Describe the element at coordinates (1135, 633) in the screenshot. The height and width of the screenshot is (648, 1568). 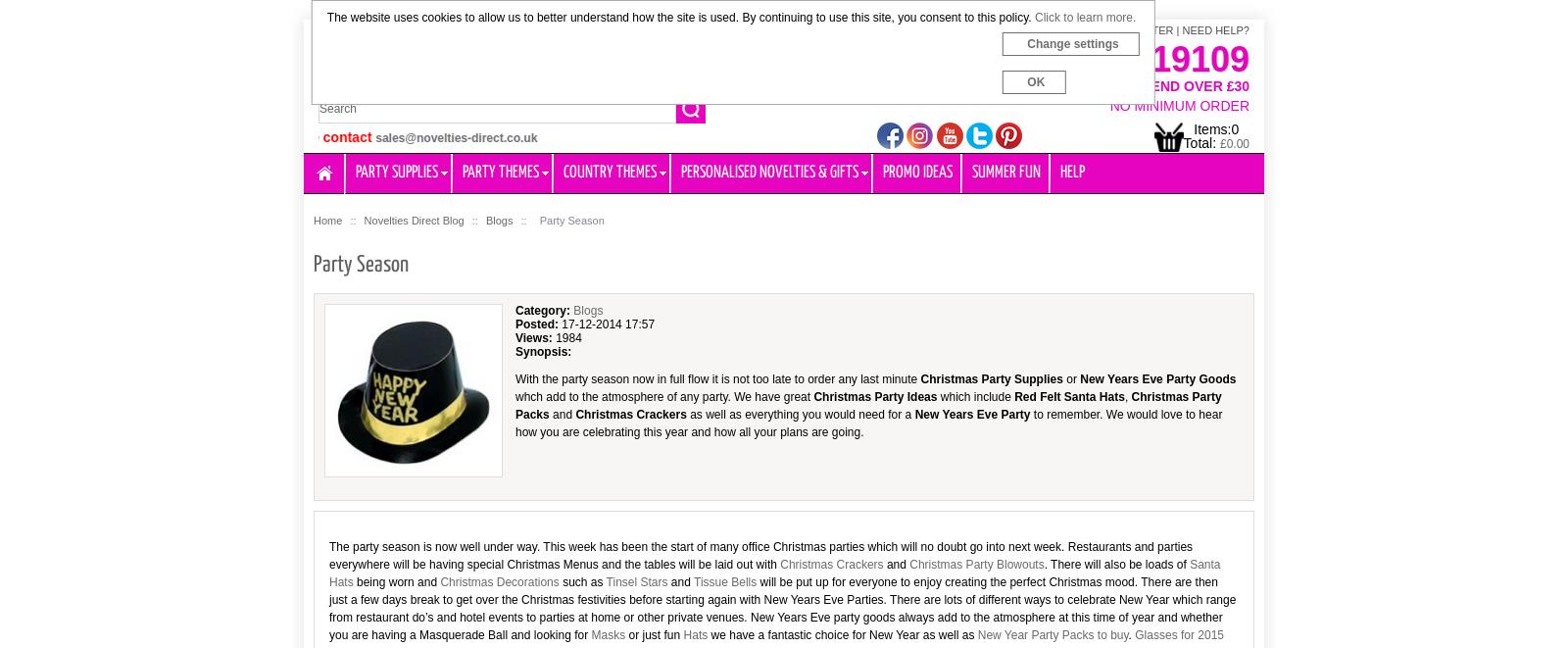
I see `'Glasses for 2015'` at that location.